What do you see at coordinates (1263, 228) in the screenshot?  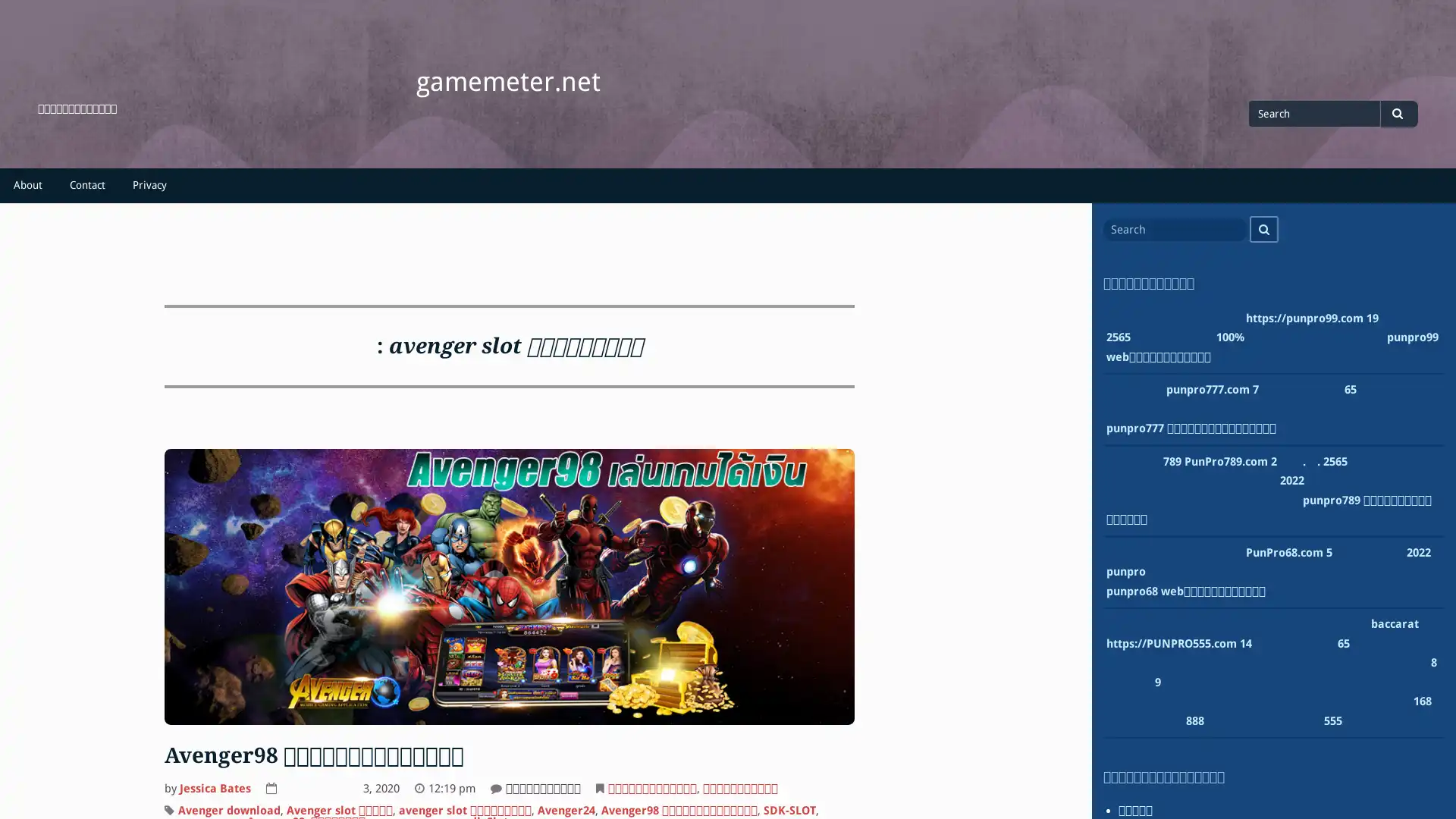 I see `Search` at bounding box center [1263, 228].